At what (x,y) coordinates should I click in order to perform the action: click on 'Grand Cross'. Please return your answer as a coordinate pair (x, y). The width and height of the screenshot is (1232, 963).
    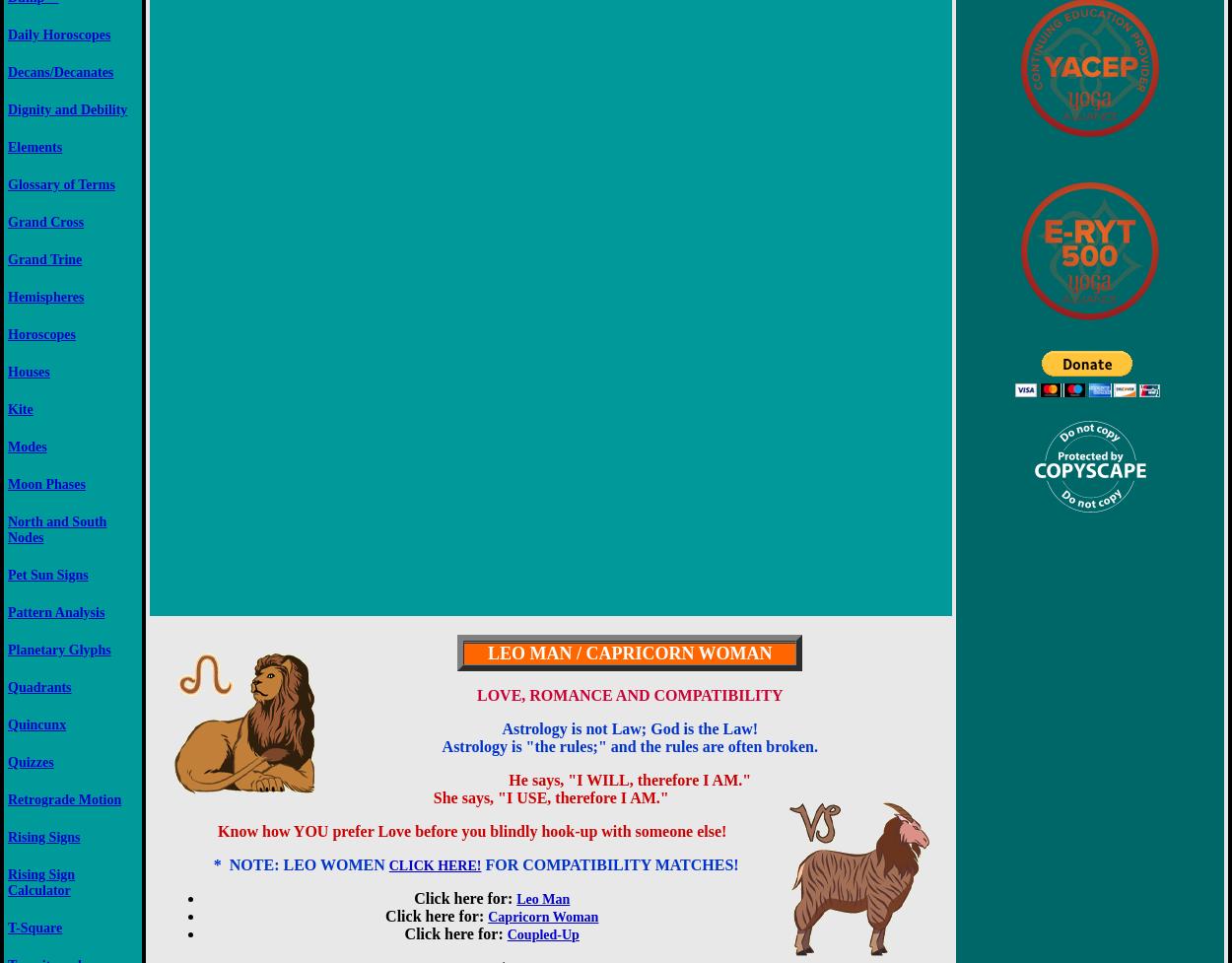
    Looking at the image, I should click on (45, 220).